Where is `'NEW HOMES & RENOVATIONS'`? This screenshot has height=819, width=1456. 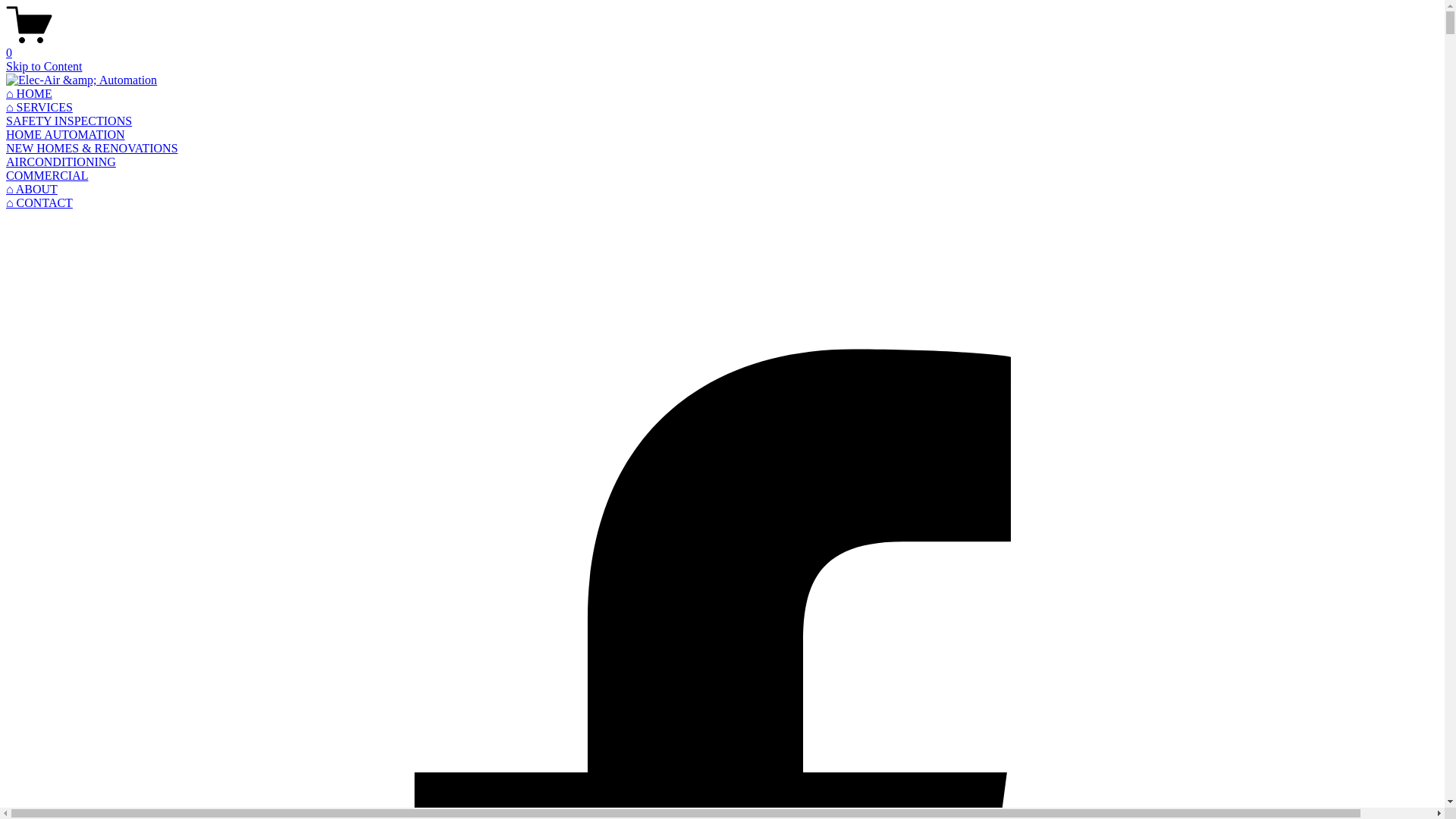
'NEW HOMES & RENOVATIONS' is located at coordinates (91, 148).